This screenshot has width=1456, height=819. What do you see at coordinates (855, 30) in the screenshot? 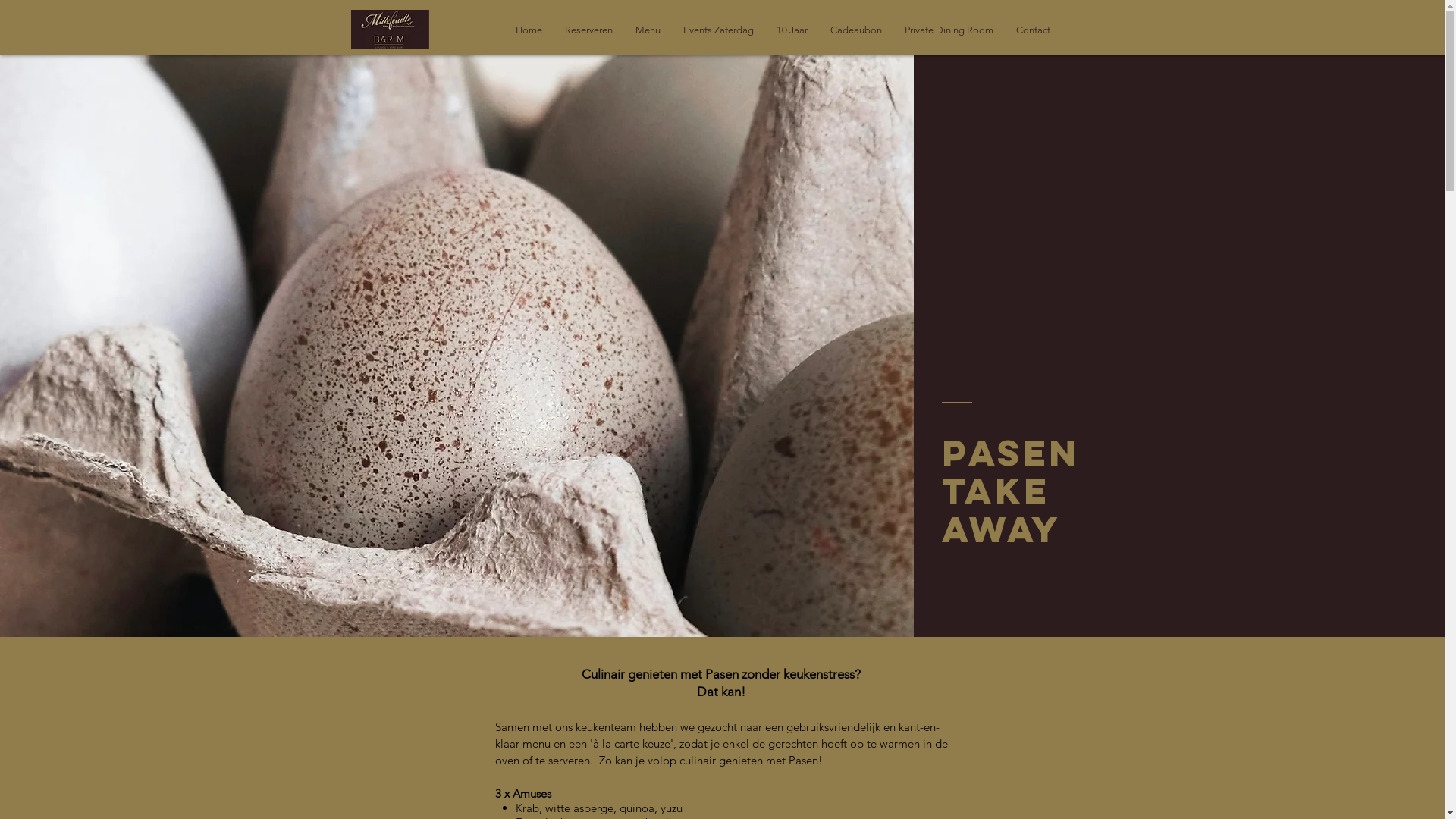
I see `'Cadeaubon'` at bounding box center [855, 30].